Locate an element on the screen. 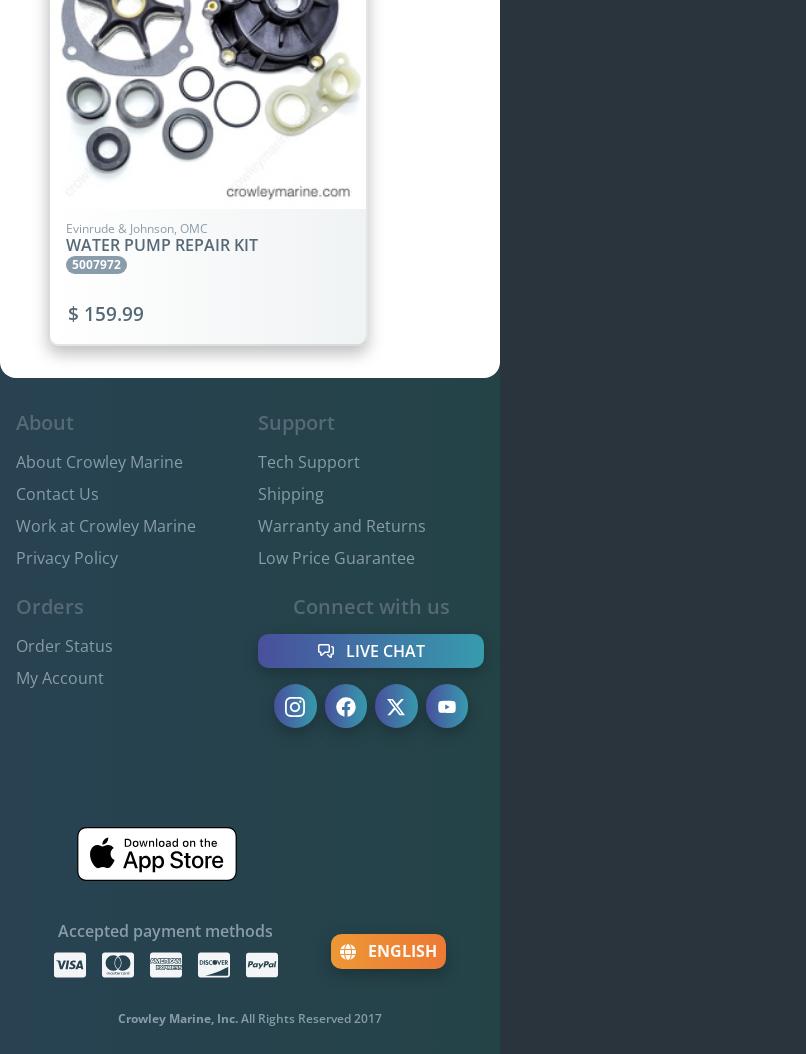 The height and width of the screenshot is (1054, 806). 'Low Price Guarantee' is located at coordinates (257, 557).